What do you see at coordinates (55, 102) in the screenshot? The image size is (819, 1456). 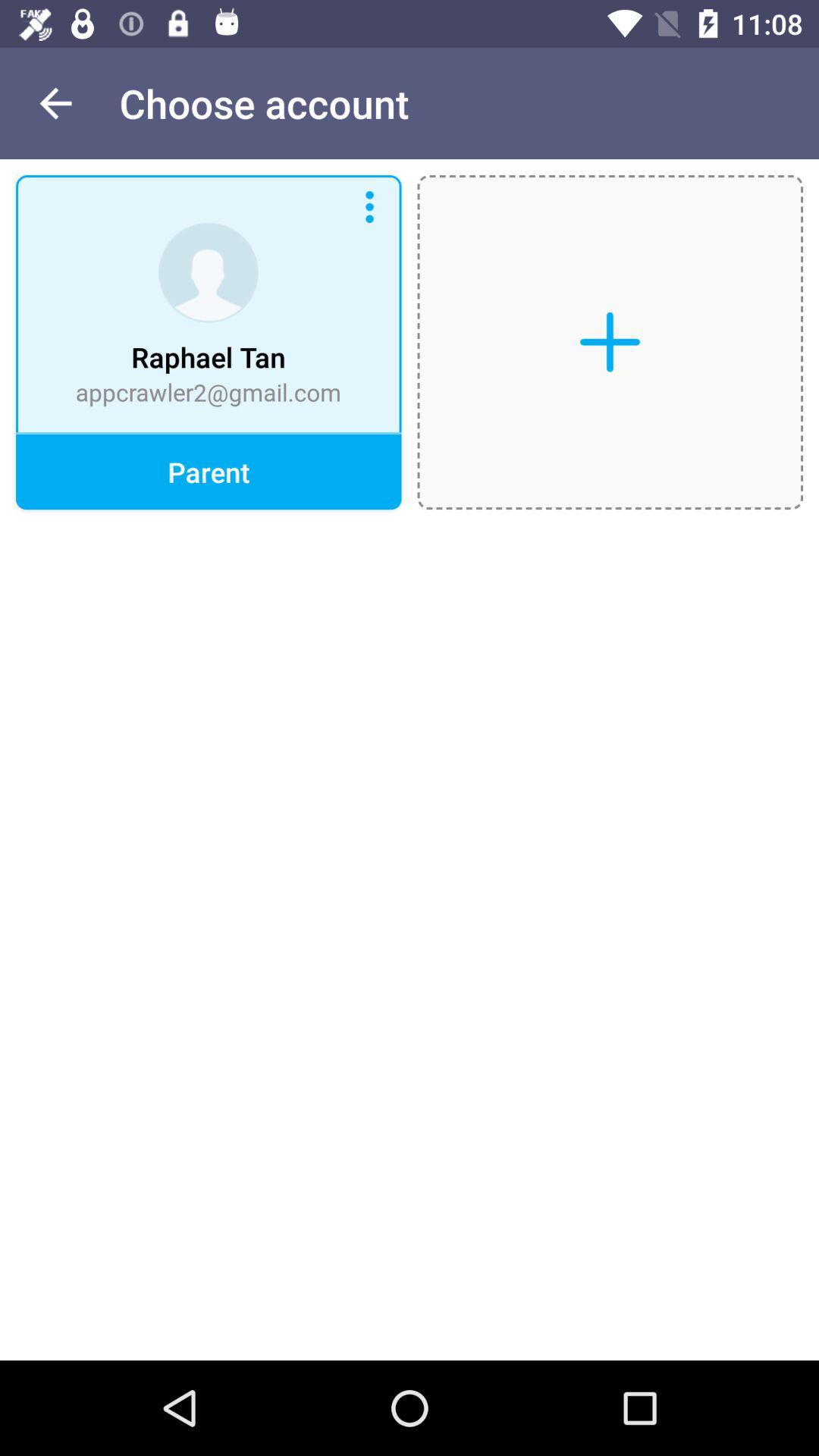 I see `the item next to the choose account item` at bounding box center [55, 102].